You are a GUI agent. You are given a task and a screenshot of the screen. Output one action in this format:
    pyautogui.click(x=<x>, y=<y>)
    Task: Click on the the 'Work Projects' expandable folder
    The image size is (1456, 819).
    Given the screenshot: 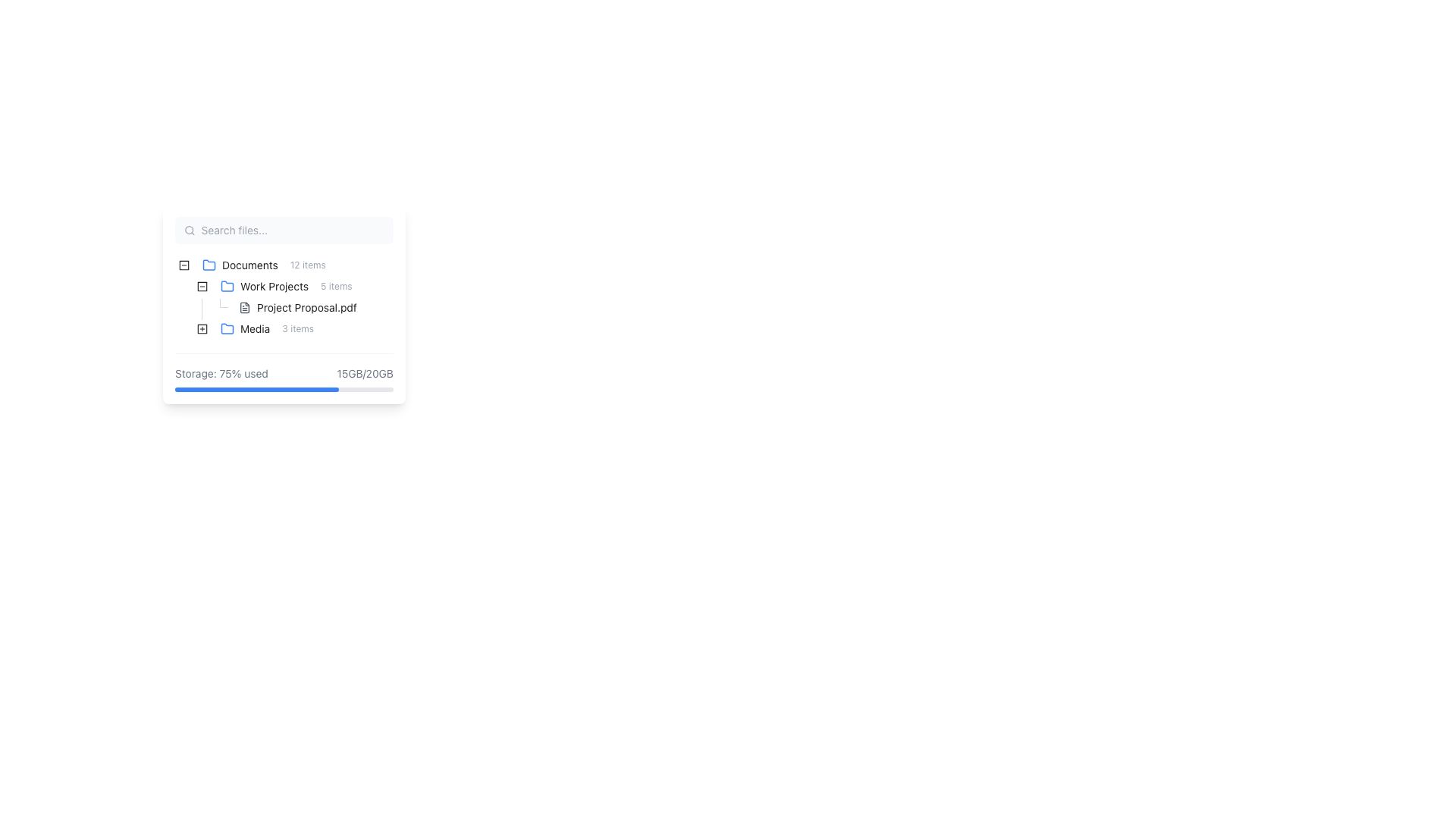 What is the action you would take?
    pyautogui.click(x=266, y=287)
    